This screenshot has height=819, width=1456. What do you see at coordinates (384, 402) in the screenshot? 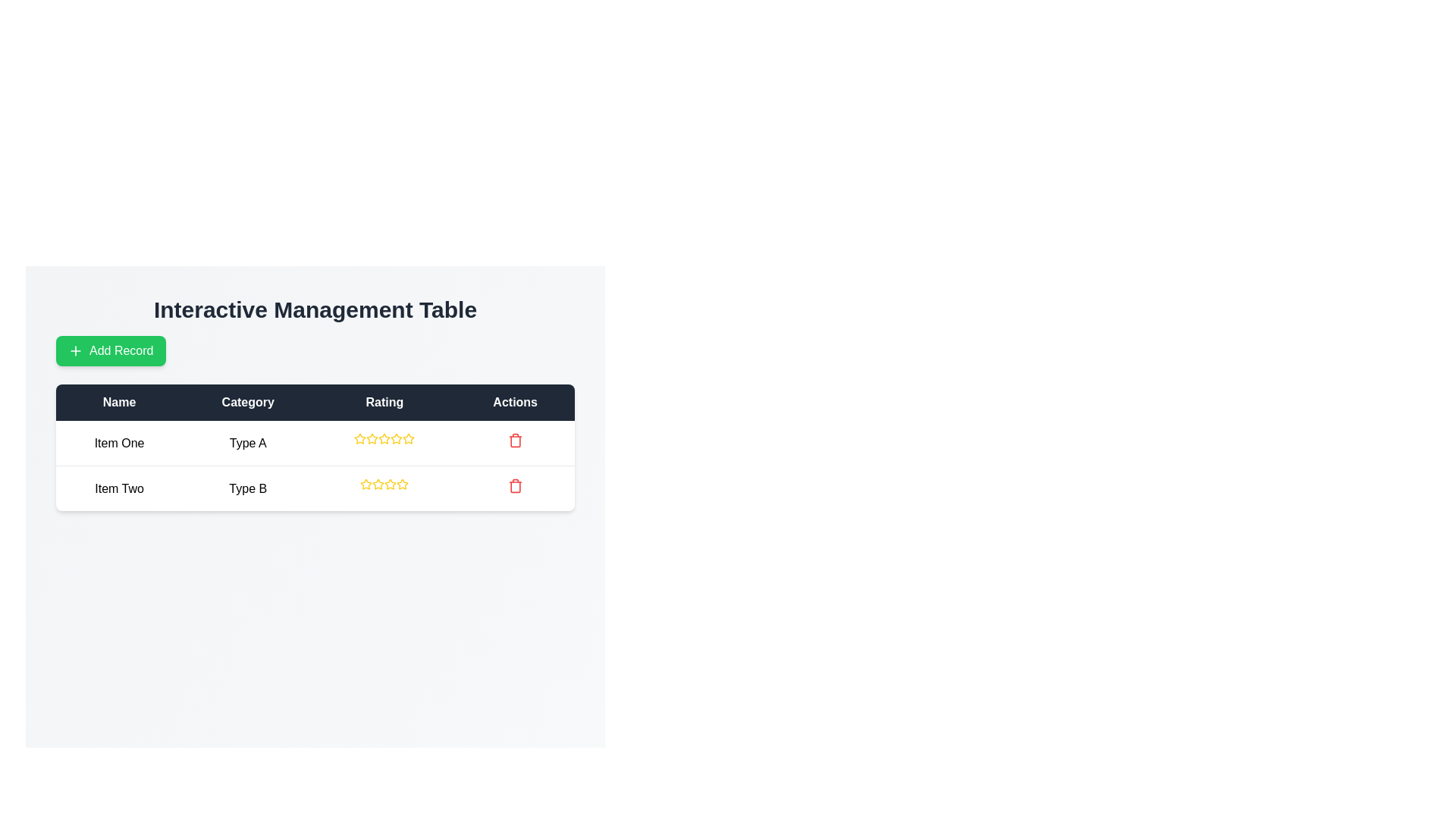
I see `the table header cell labeled 'Rating', which has a dark background and white centered text, positioned as the third header cell in a row of four` at bounding box center [384, 402].